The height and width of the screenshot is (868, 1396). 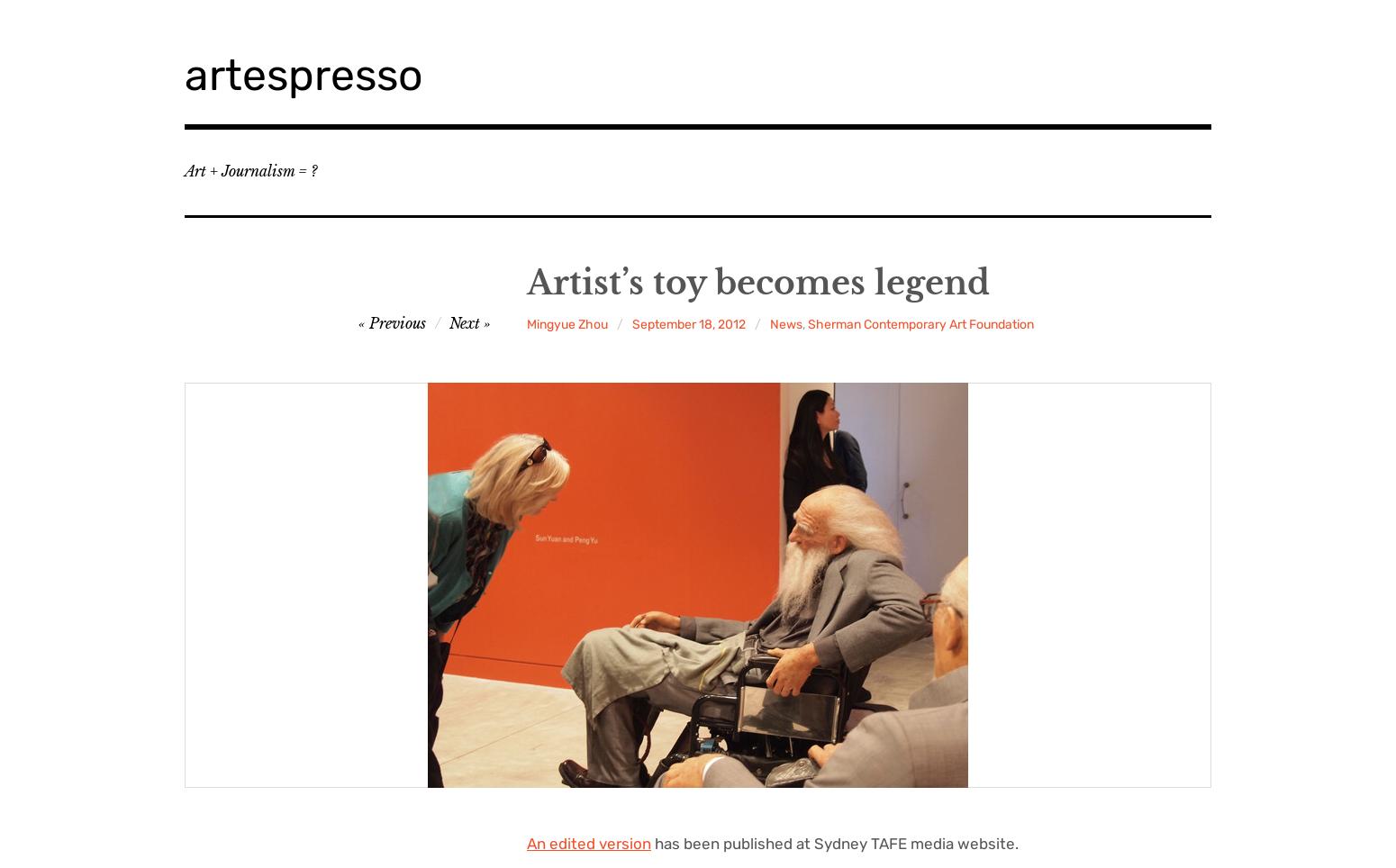 I want to click on ',', so click(x=805, y=323).